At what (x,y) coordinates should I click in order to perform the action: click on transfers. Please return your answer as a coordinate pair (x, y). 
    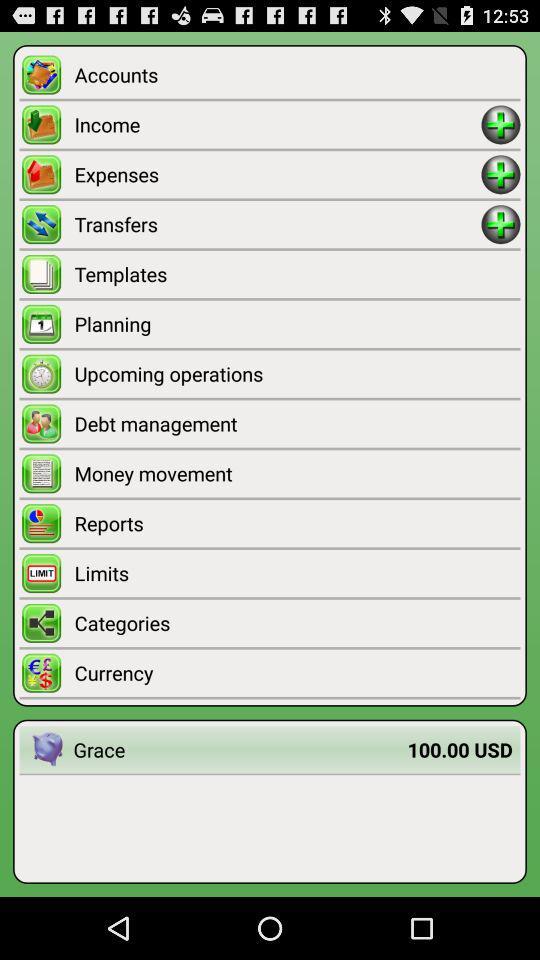
    Looking at the image, I should click on (500, 224).